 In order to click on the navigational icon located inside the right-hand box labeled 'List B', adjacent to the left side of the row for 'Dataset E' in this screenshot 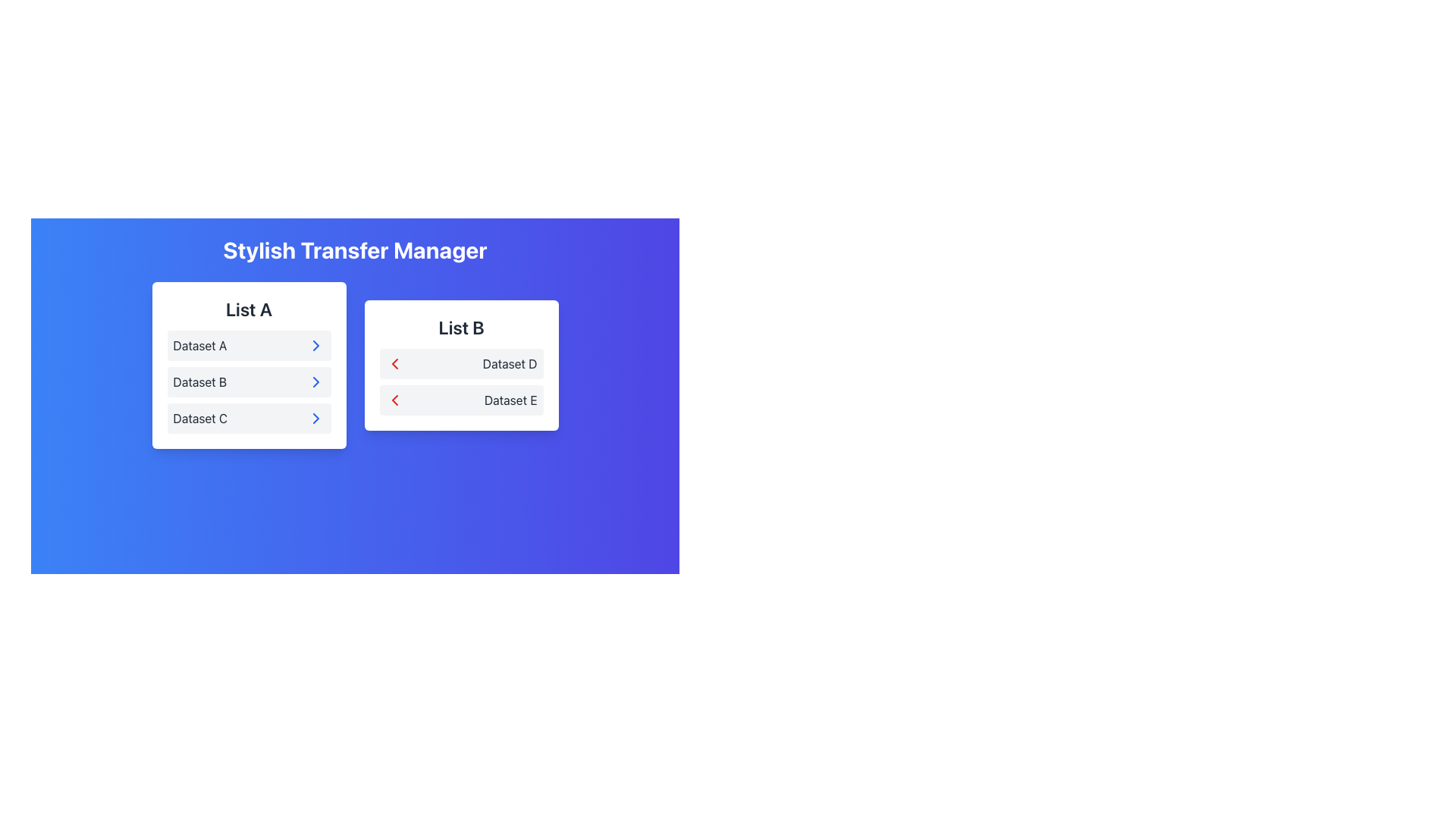, I will do `click(394, 363)`.